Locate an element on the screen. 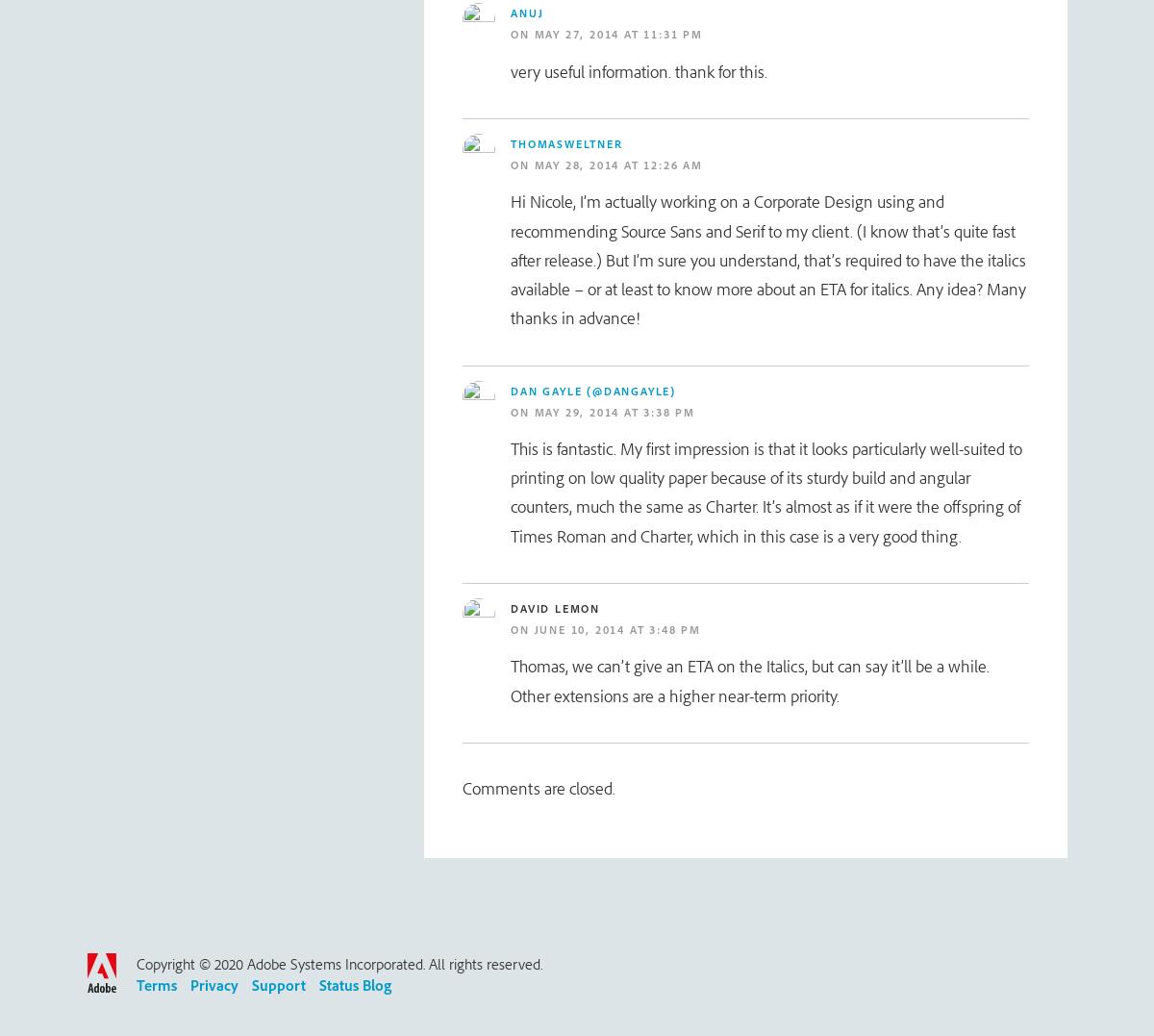 The image size is (1154, 1036). 'very useful information. thank for this.' is located at coordinates (510, 70).